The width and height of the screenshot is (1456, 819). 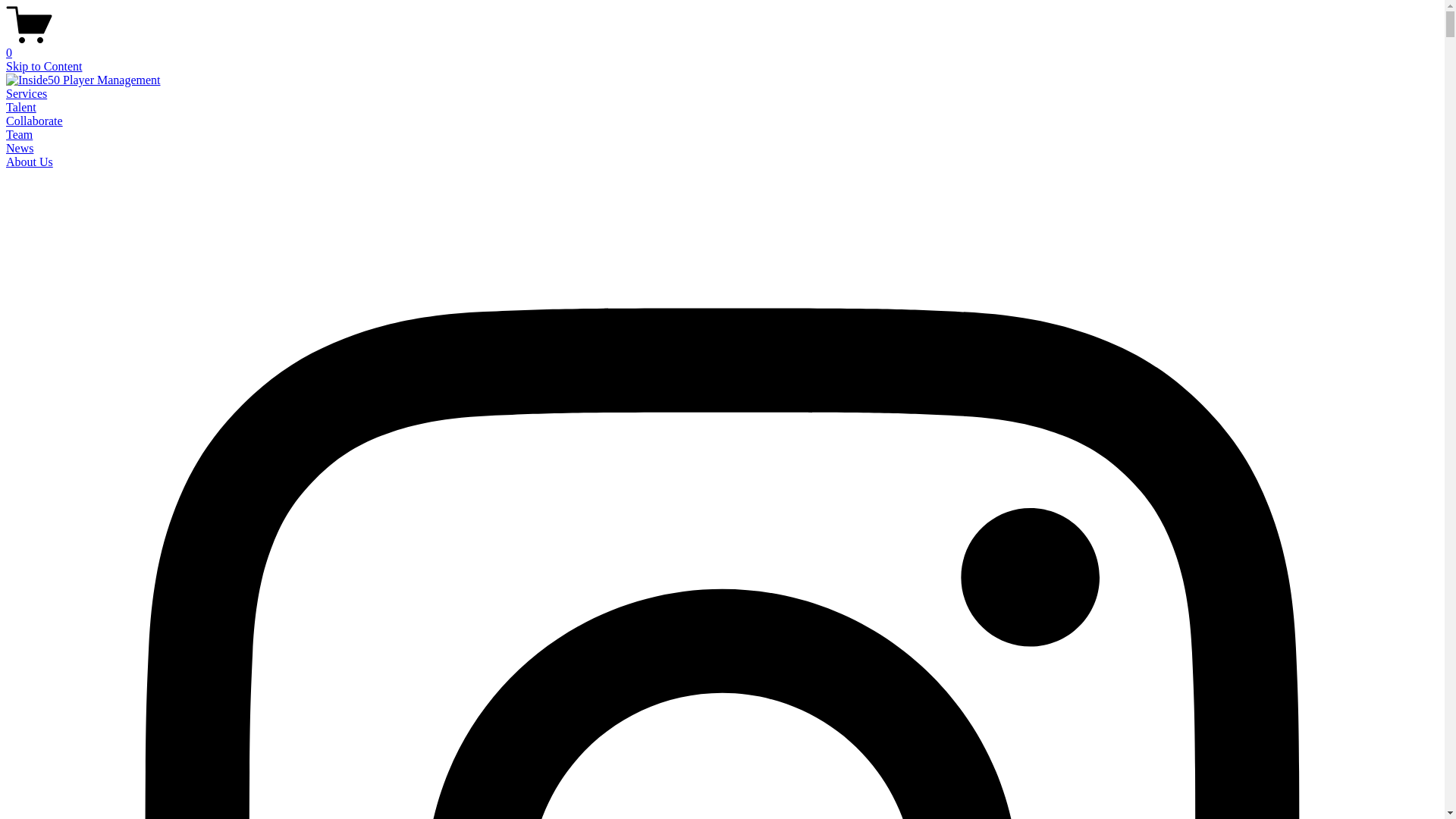 What do you see at coordinates (29, 162) in the screenshot?
I see `'About Us'` at bounding box center [29, 162].